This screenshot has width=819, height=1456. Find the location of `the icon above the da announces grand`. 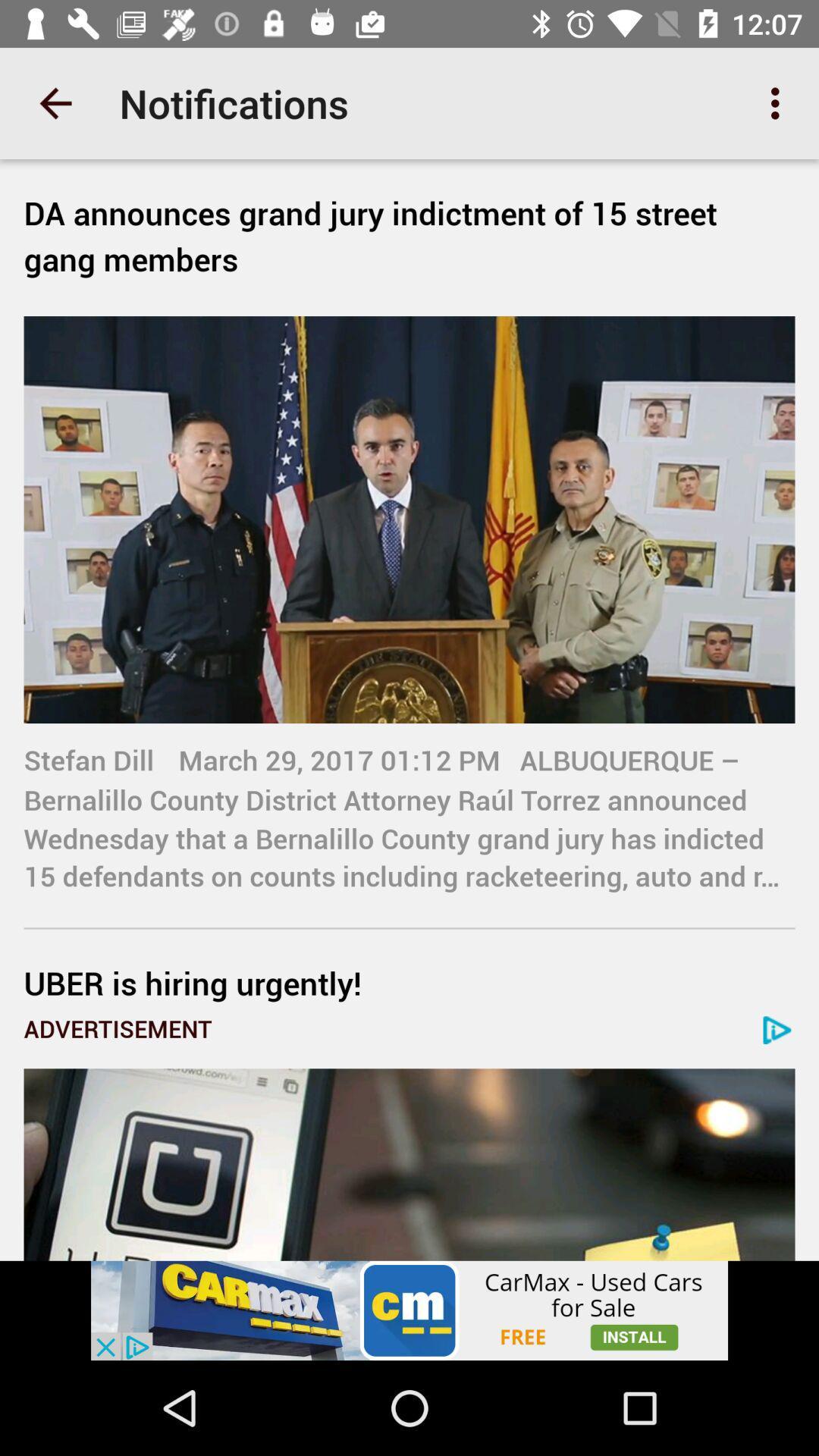

the icon above the da announces grand is located at coordinates (55, 102).